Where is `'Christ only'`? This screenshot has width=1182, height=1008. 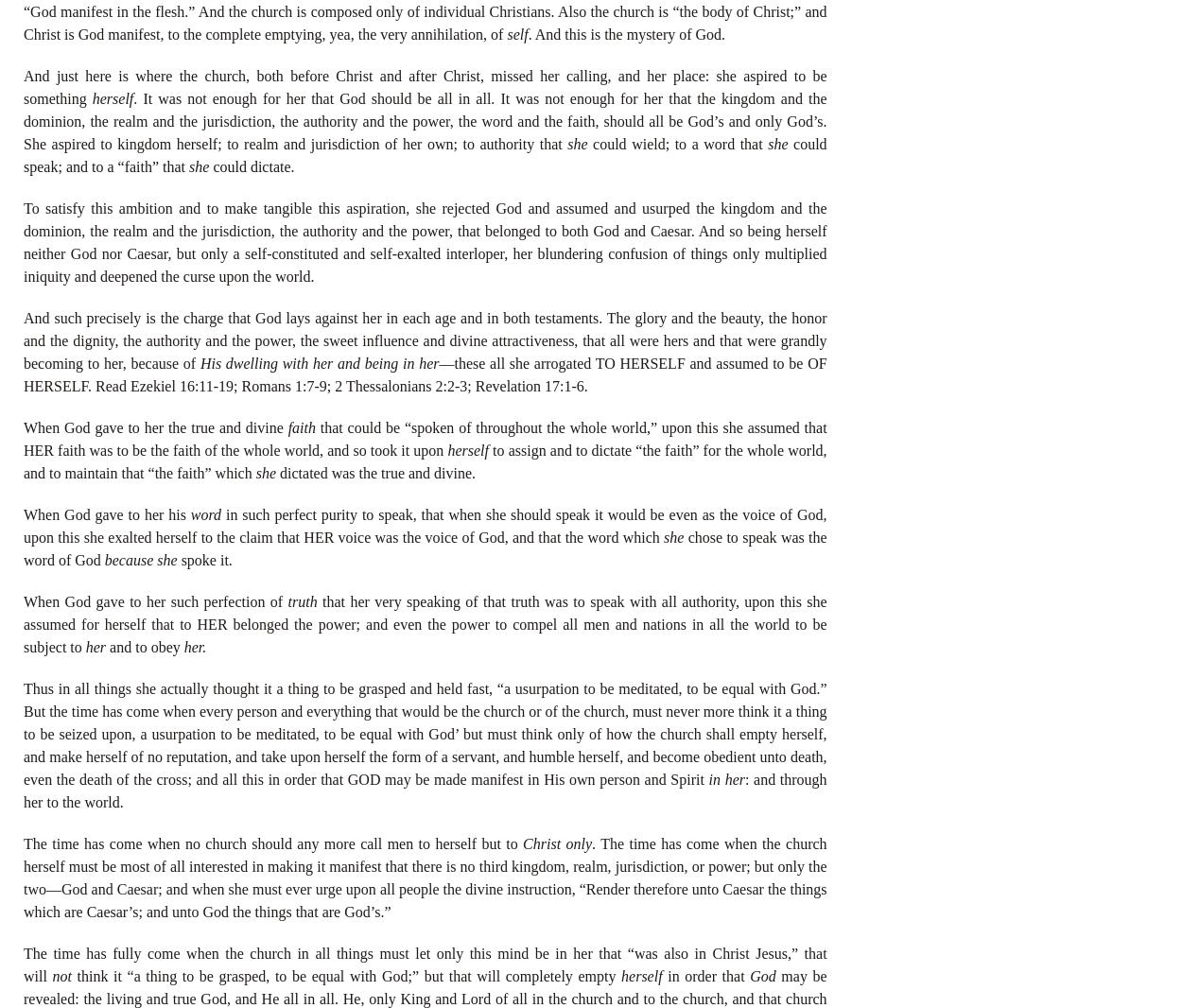 'Christ only' is located at coordinates (556, 843).